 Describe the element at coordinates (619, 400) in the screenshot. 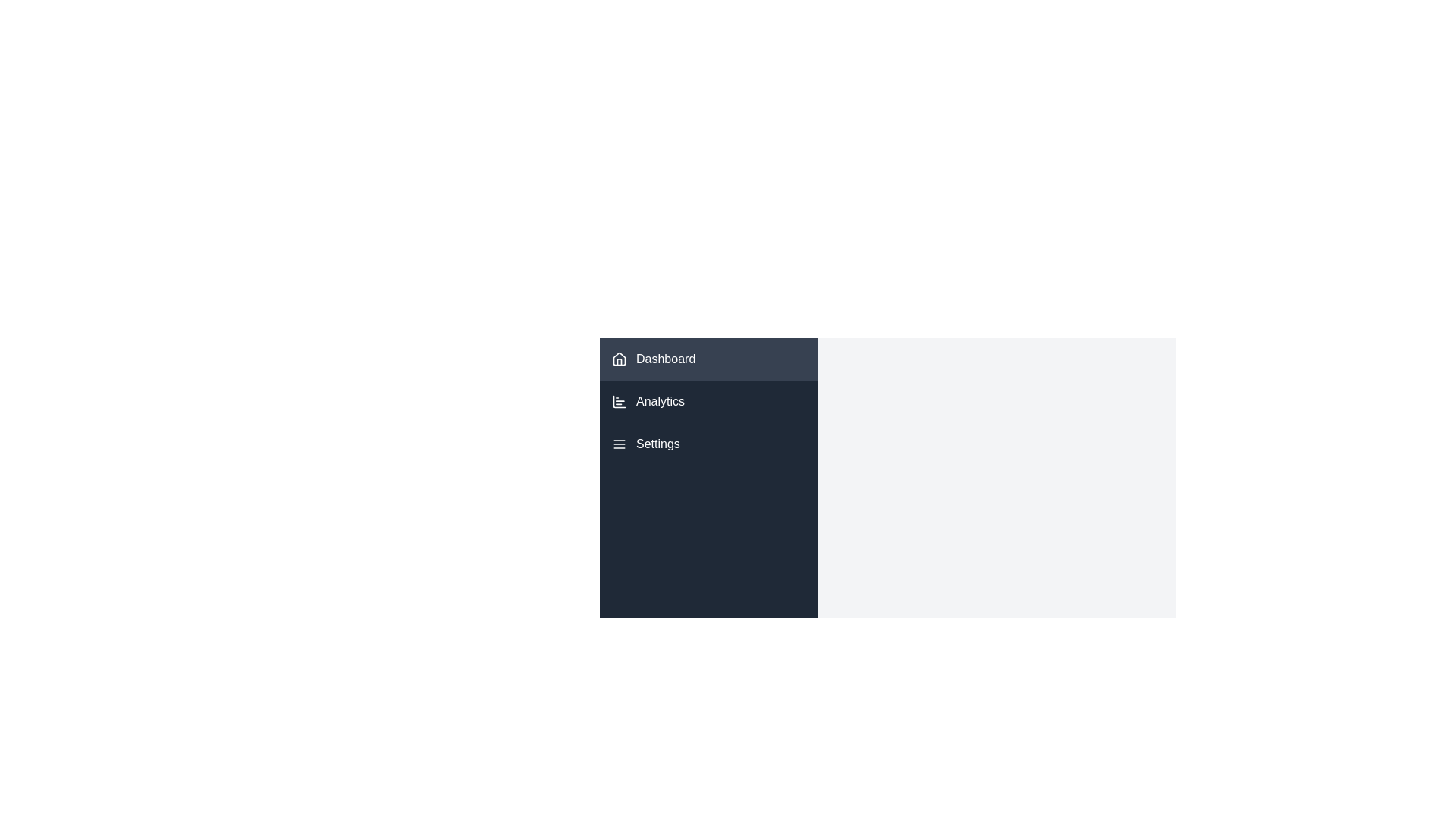

I see `the compact bar chart icon with white lines on a dark gray circular background, located to the left of the 'Analytics' label` at that location.